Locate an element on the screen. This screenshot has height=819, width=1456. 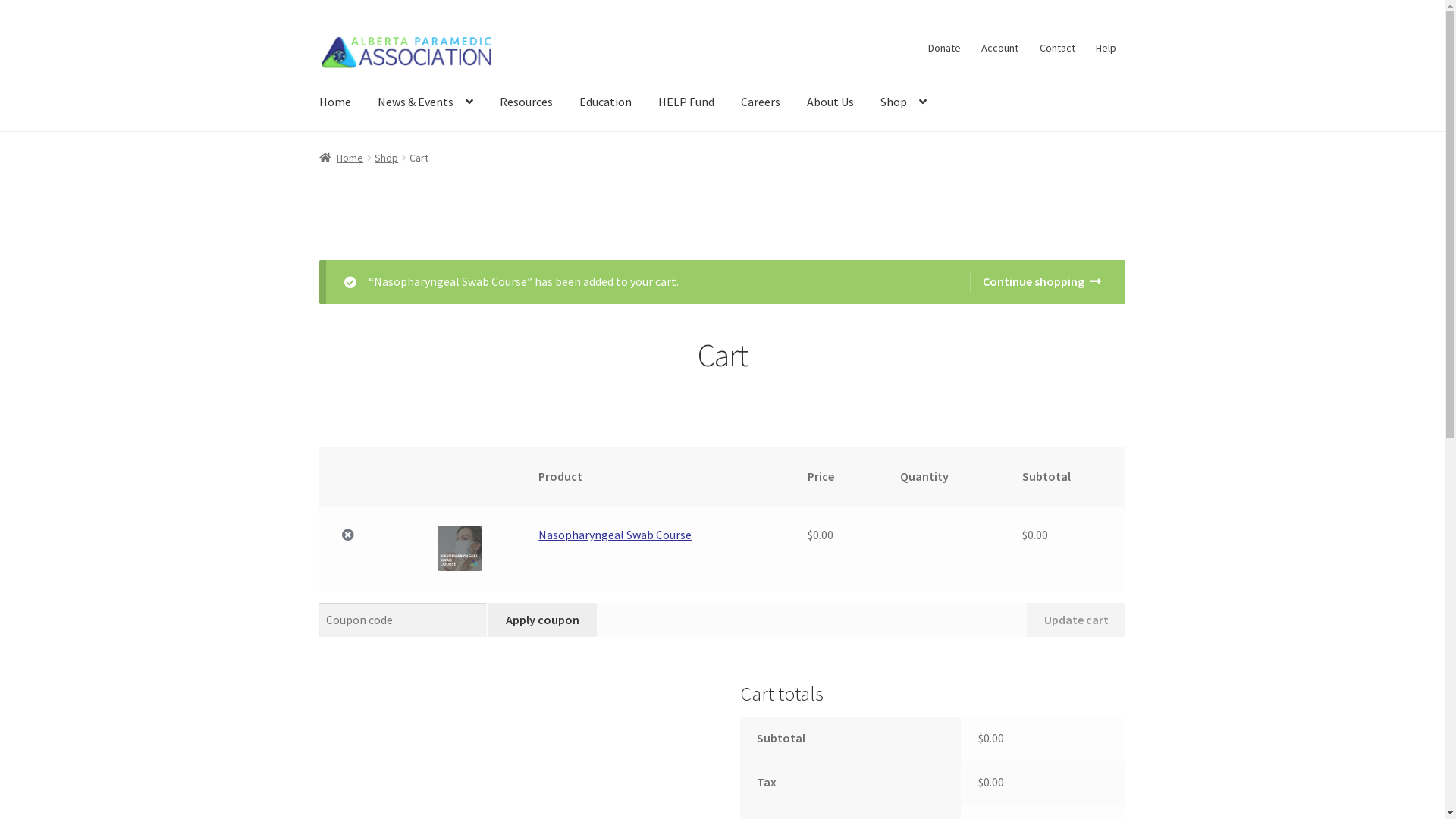
'Continue shopping' is located at coordinates (1035, 281).